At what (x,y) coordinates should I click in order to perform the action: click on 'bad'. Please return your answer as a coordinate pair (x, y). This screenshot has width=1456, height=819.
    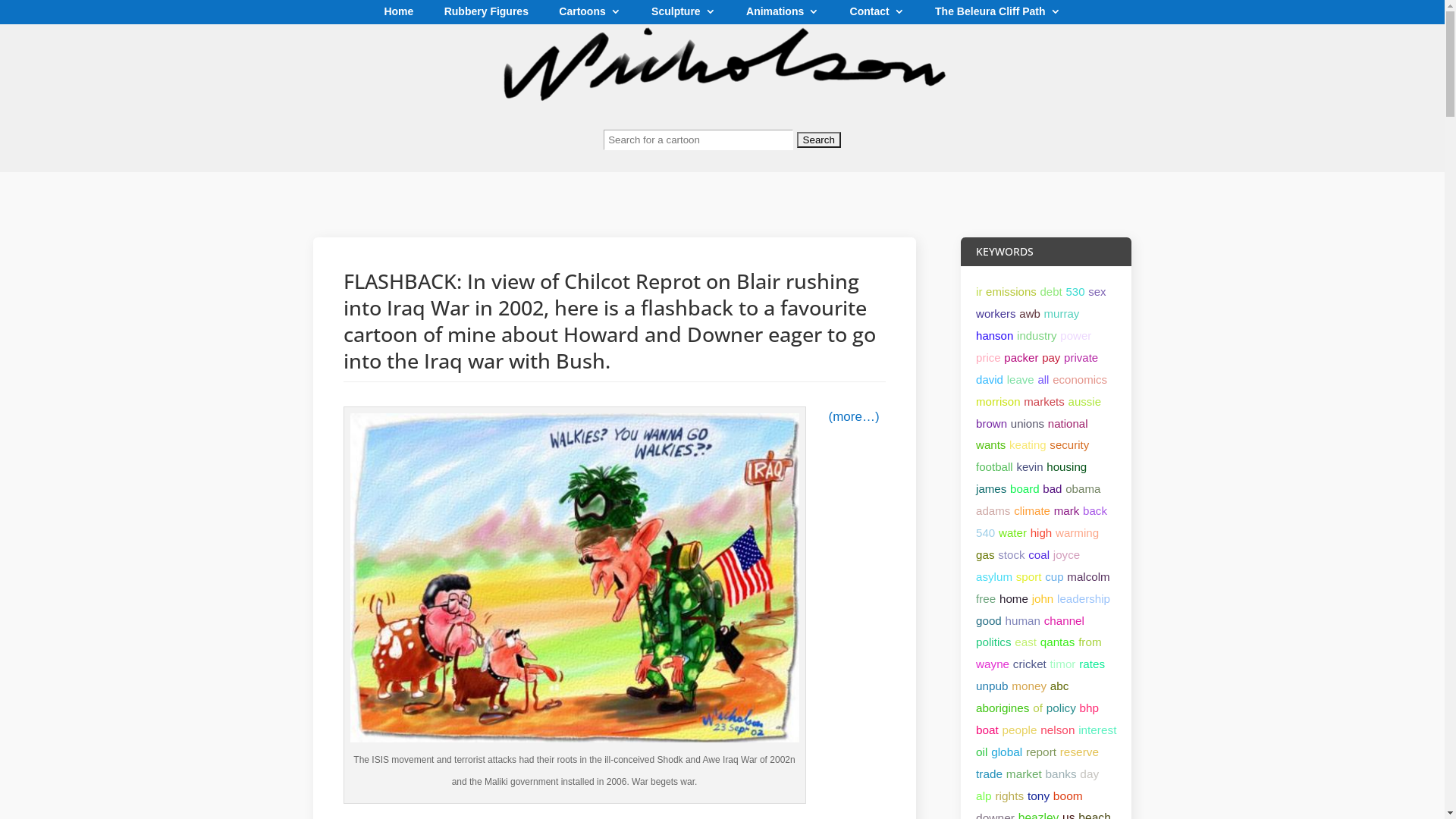
    Looking at the image, I should click on (1051, 488).